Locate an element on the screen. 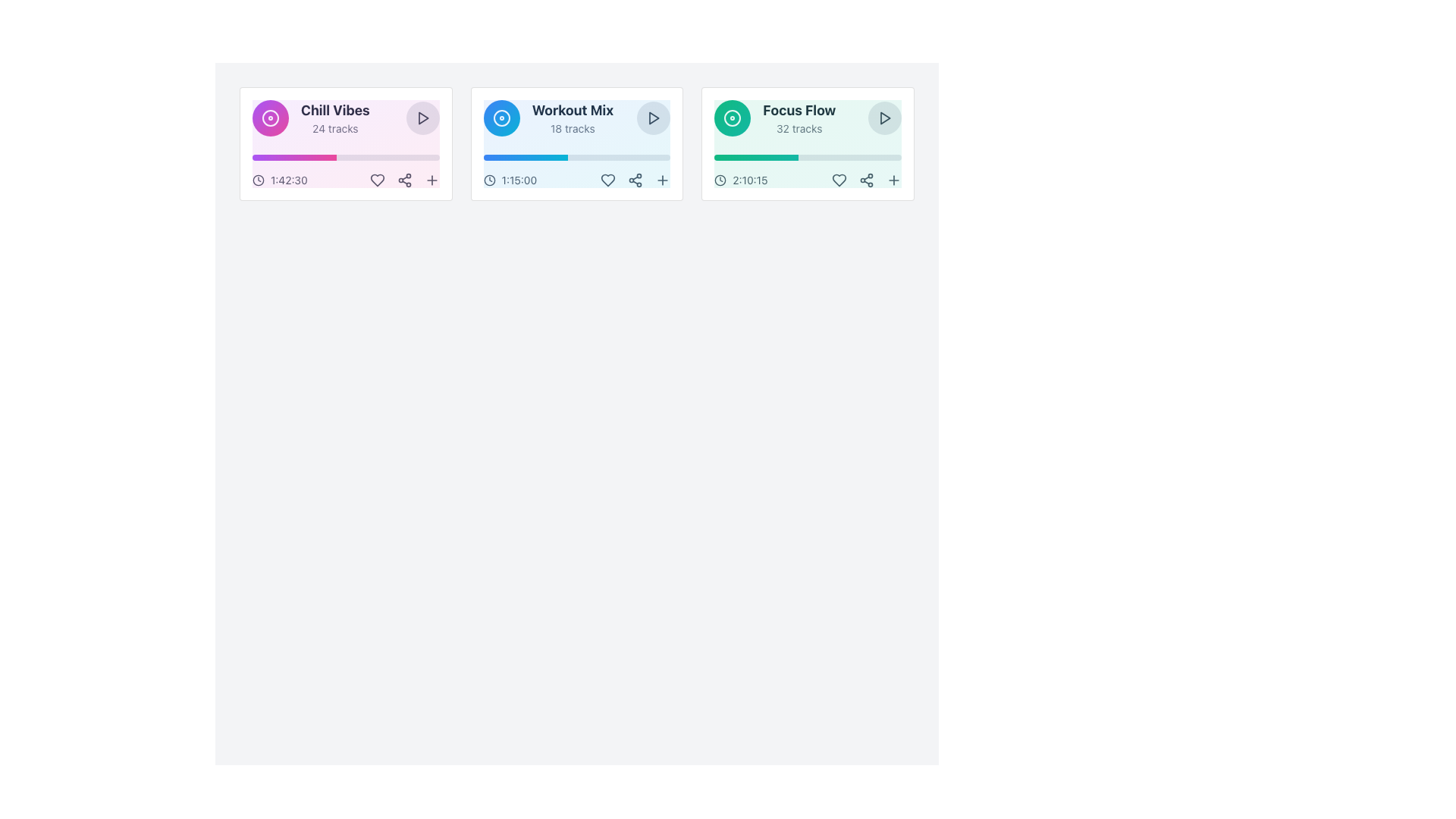 This screenshot has width=1456, height=819. the slider is located at coordinates (562, 158).